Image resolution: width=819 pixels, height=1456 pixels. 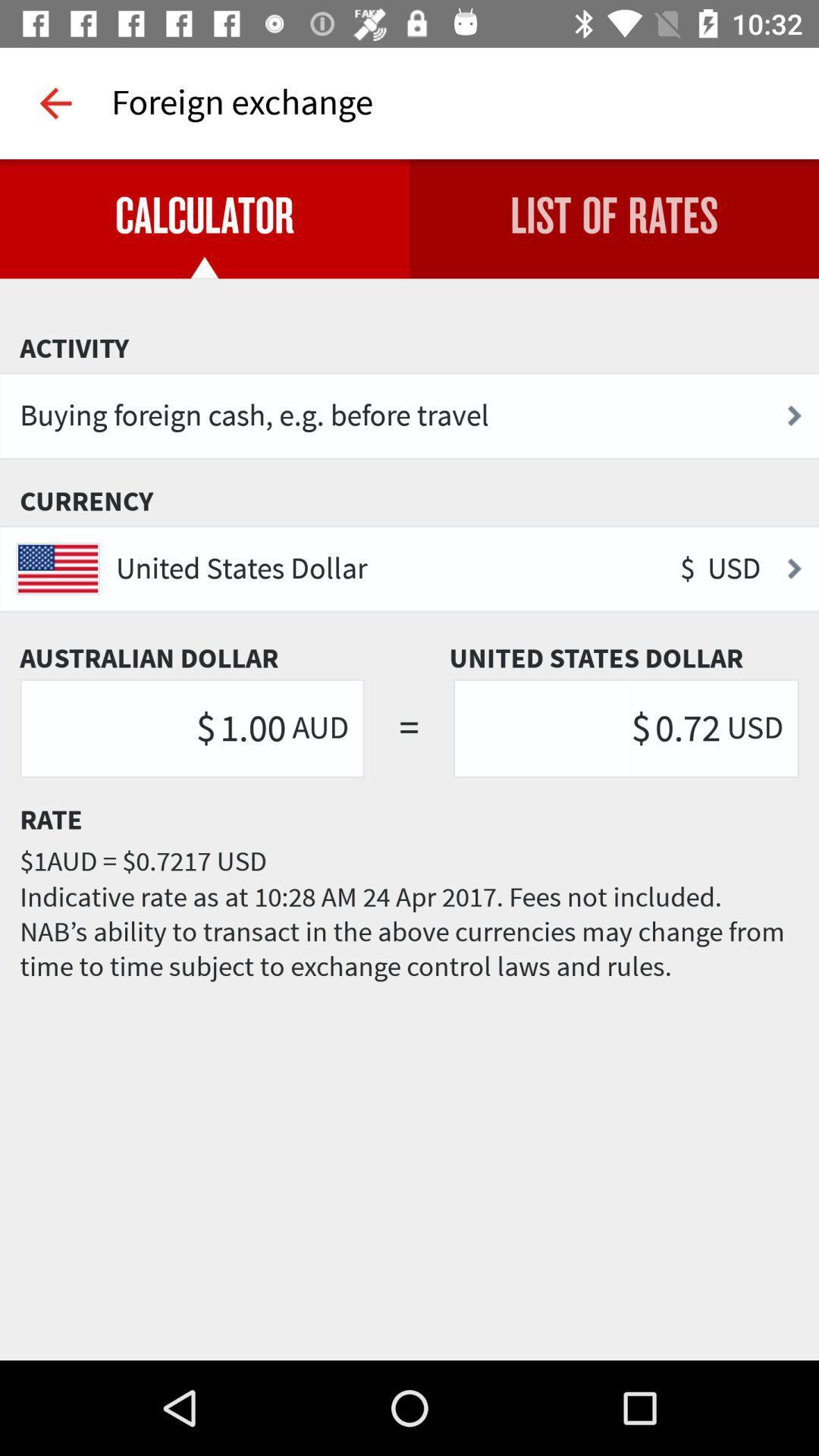 What do you see at coordinates (55, 102) in the screenshot?
I see `the item above the calculator` at bounding box center [55, 102].